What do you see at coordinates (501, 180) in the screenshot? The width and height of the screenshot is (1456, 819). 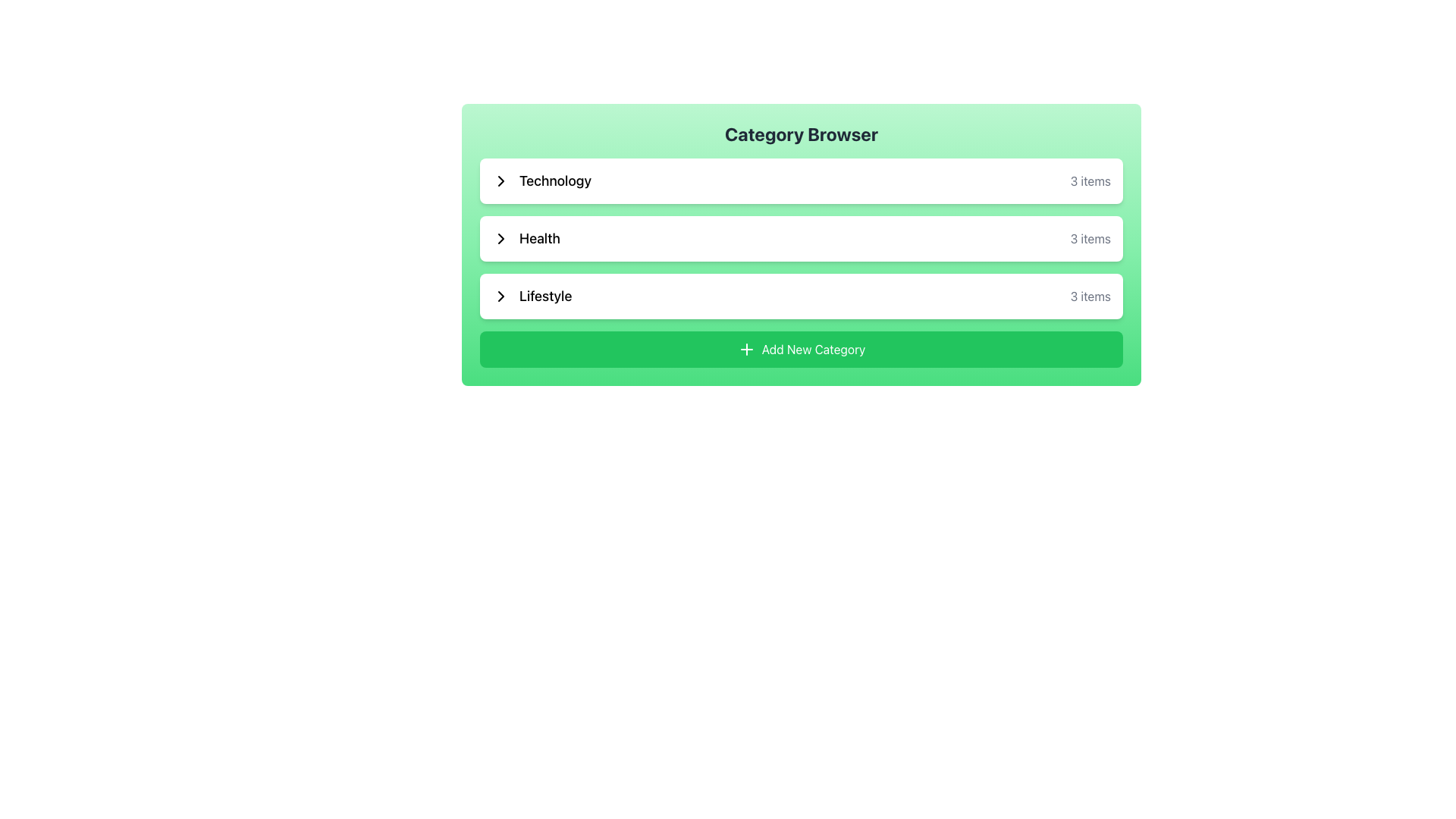 I see `the right-pointing chevron arrow icon` at bounding box center [501, 180].